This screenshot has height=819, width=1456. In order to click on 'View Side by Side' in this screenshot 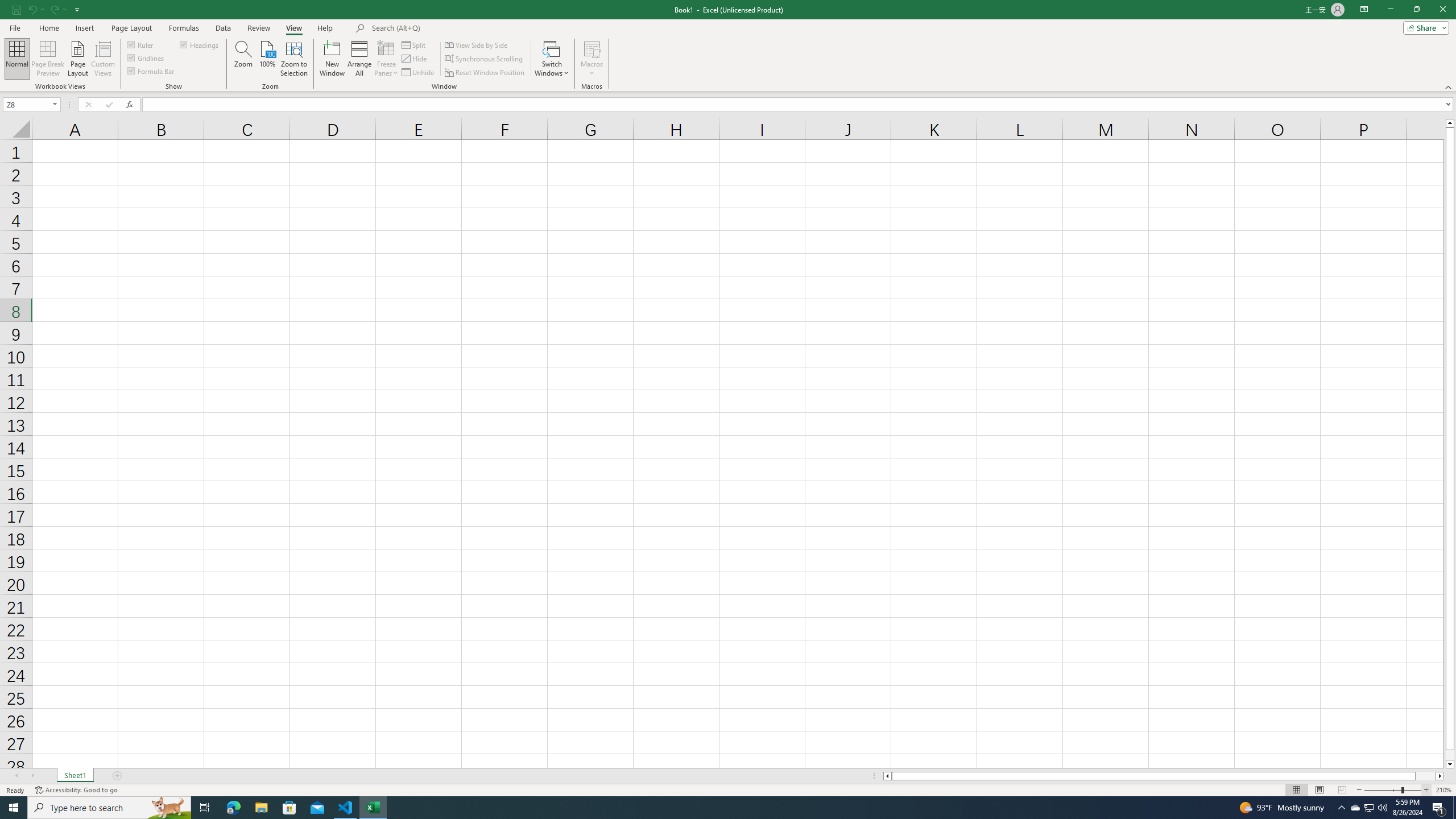, I will do `click(476, 44)`.